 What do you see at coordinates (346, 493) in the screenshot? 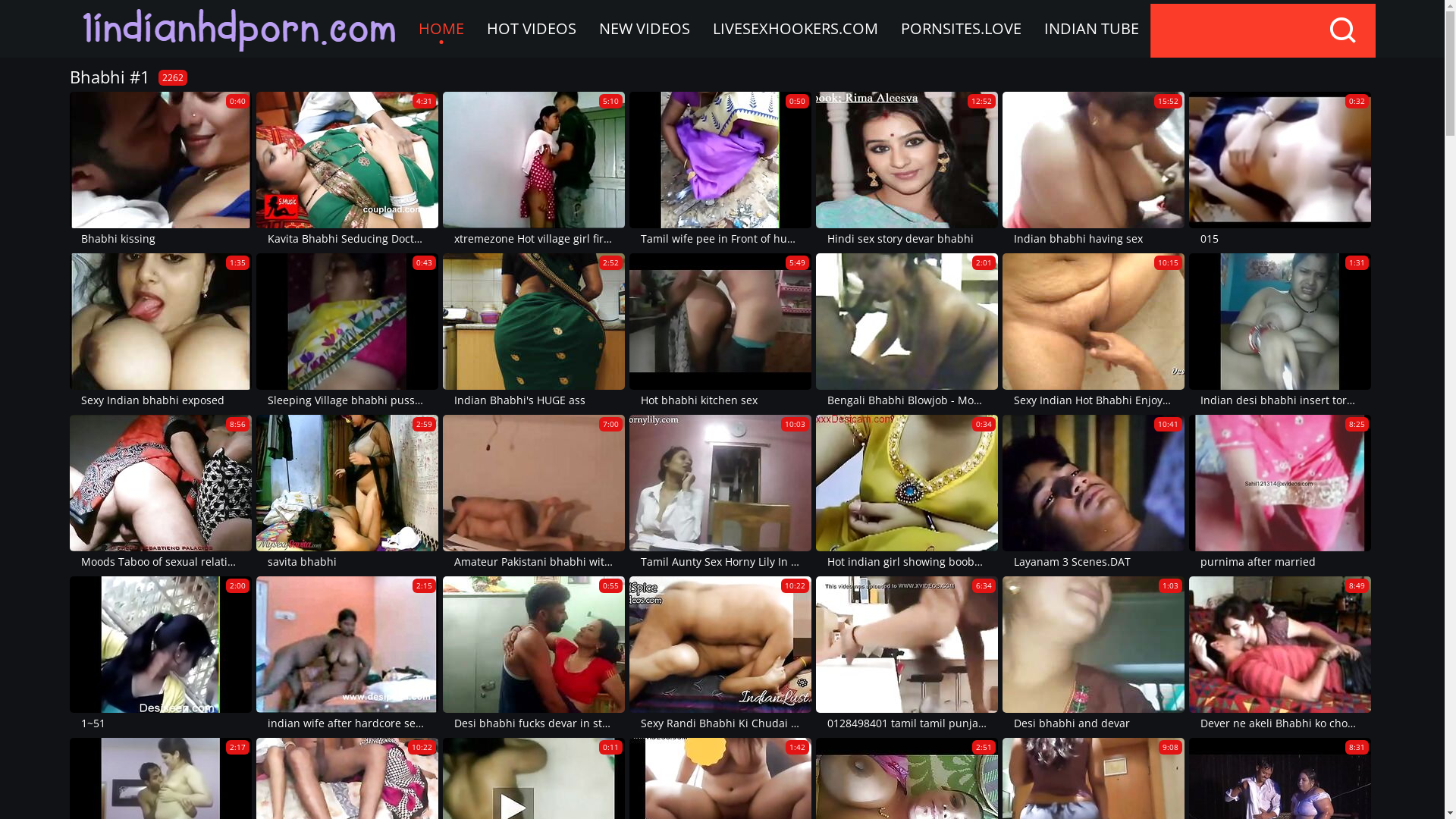
I see `'2:59` at bounding box center [346, 493].